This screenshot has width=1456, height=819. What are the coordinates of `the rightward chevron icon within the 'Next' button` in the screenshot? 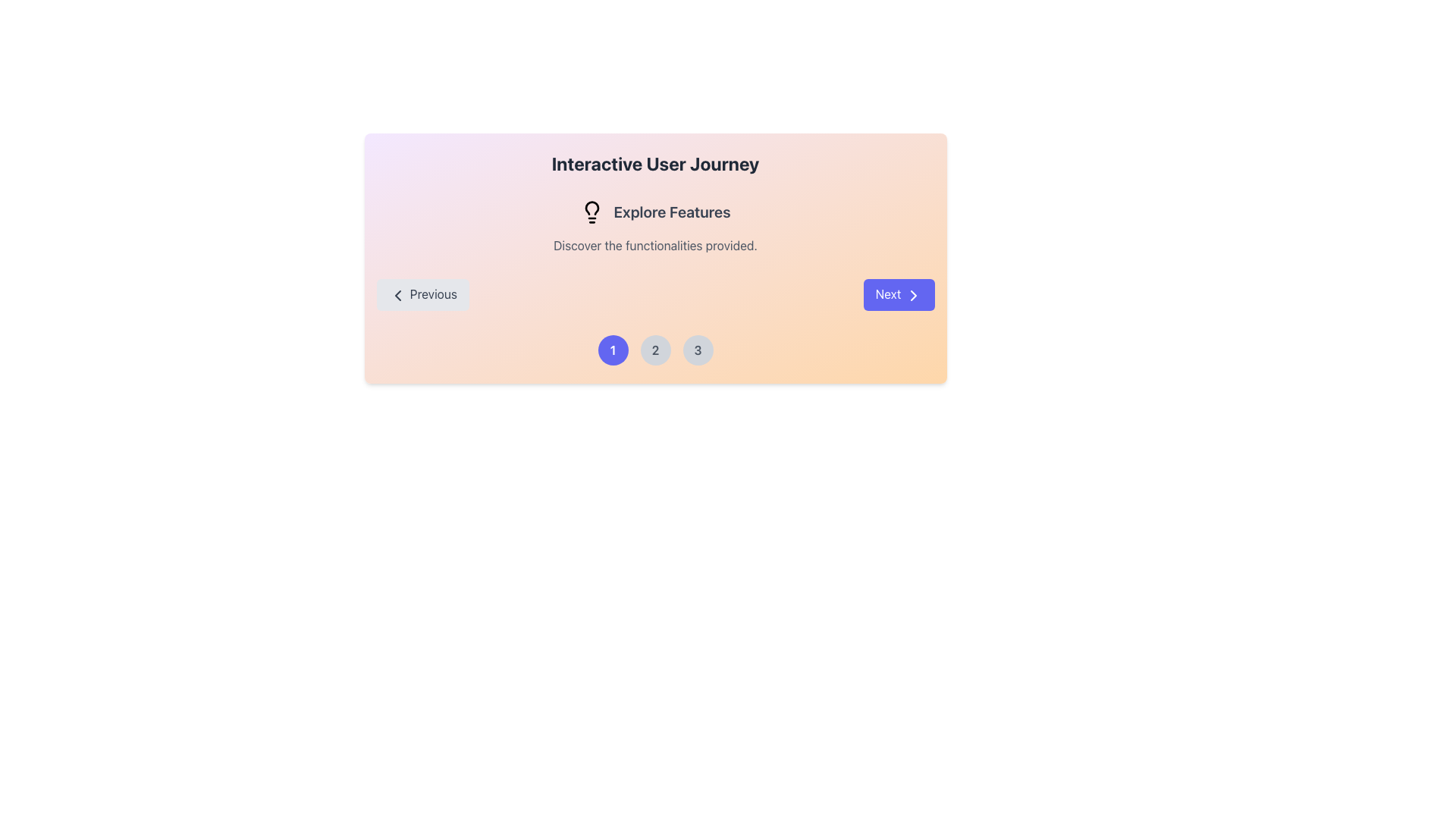 It's located at (912, 295).